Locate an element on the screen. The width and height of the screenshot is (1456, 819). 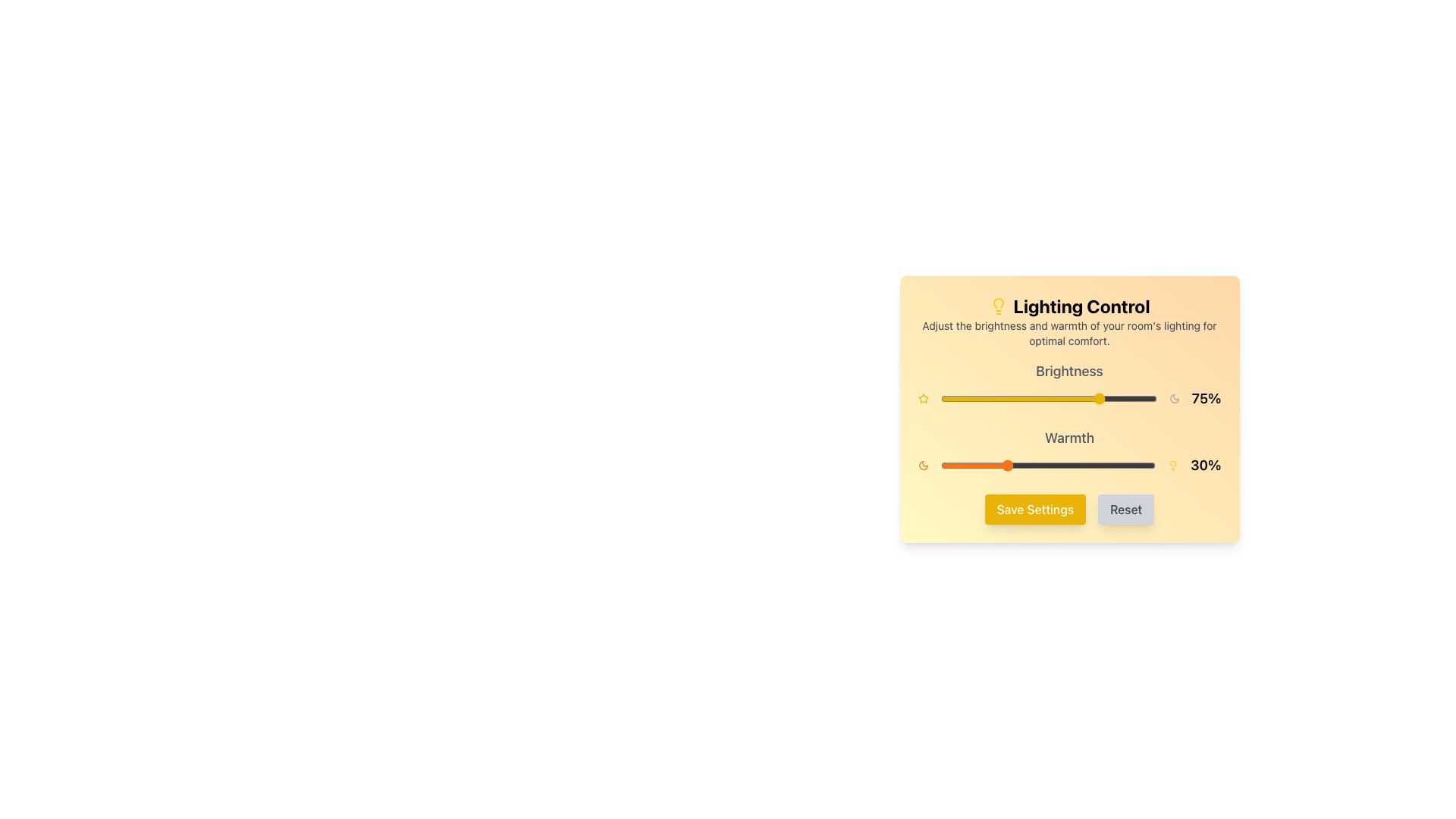
the brightness is located at coordinates (1059, 397).